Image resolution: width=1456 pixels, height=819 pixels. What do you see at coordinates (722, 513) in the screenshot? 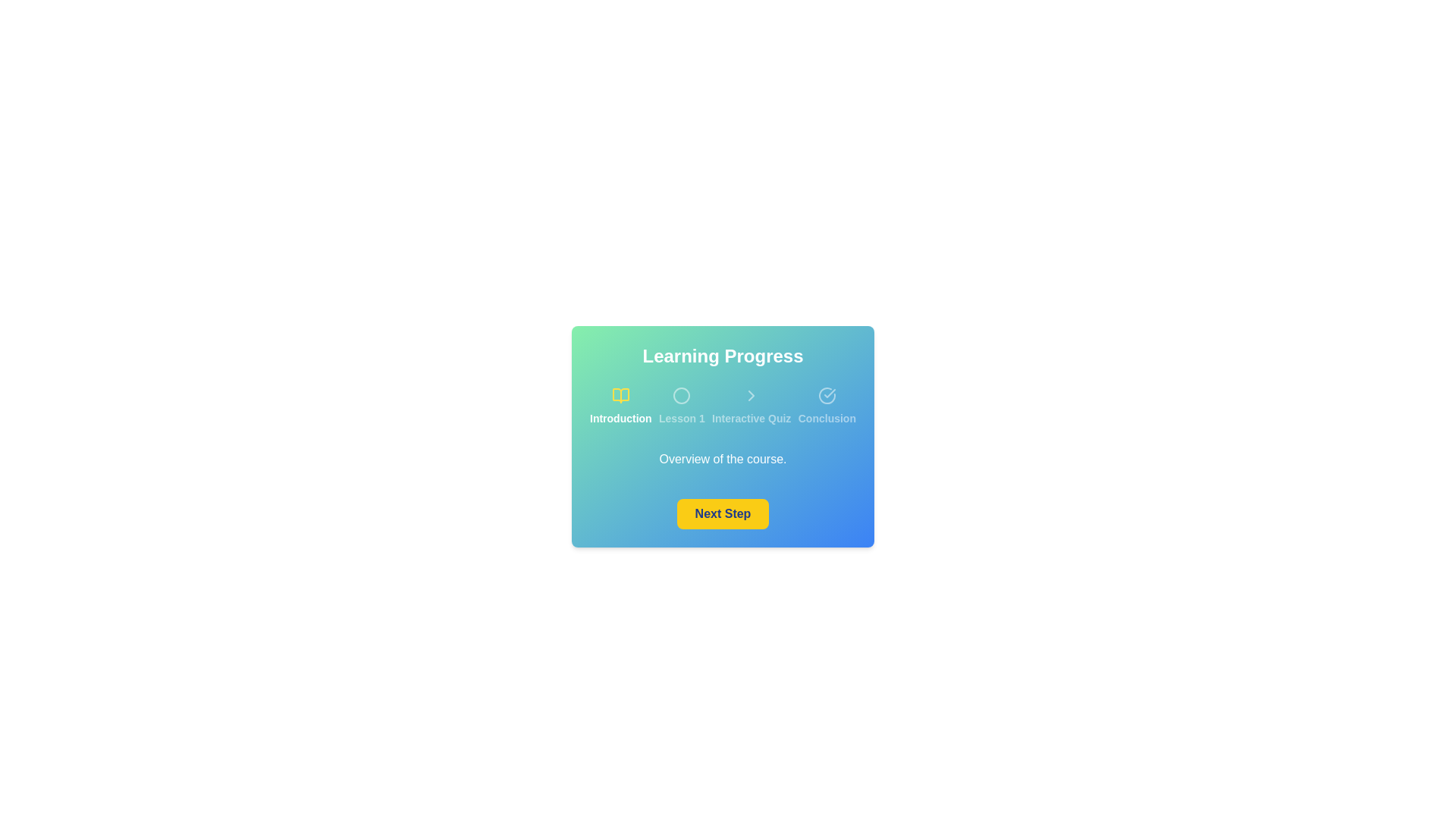
I see `the navigation button located centrally at the bottom of the blue background section labeled 'Learning Progress'` at bounding box center [722, 513].